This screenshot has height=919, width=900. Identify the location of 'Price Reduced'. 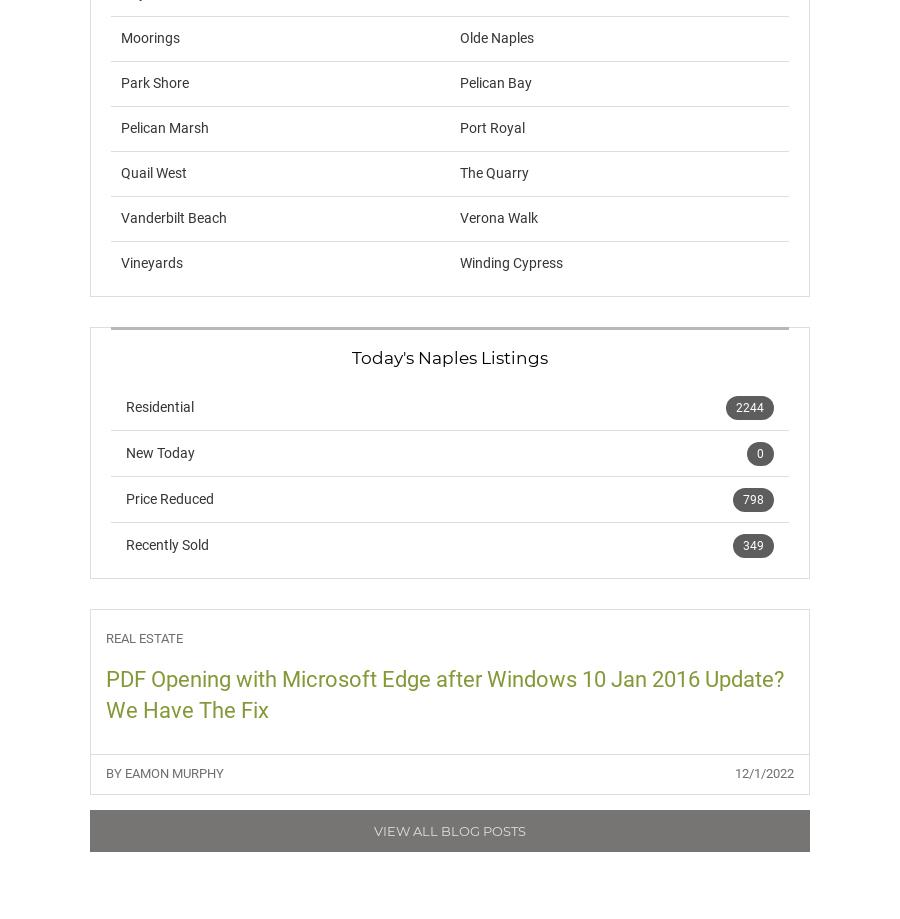
(126, 498).